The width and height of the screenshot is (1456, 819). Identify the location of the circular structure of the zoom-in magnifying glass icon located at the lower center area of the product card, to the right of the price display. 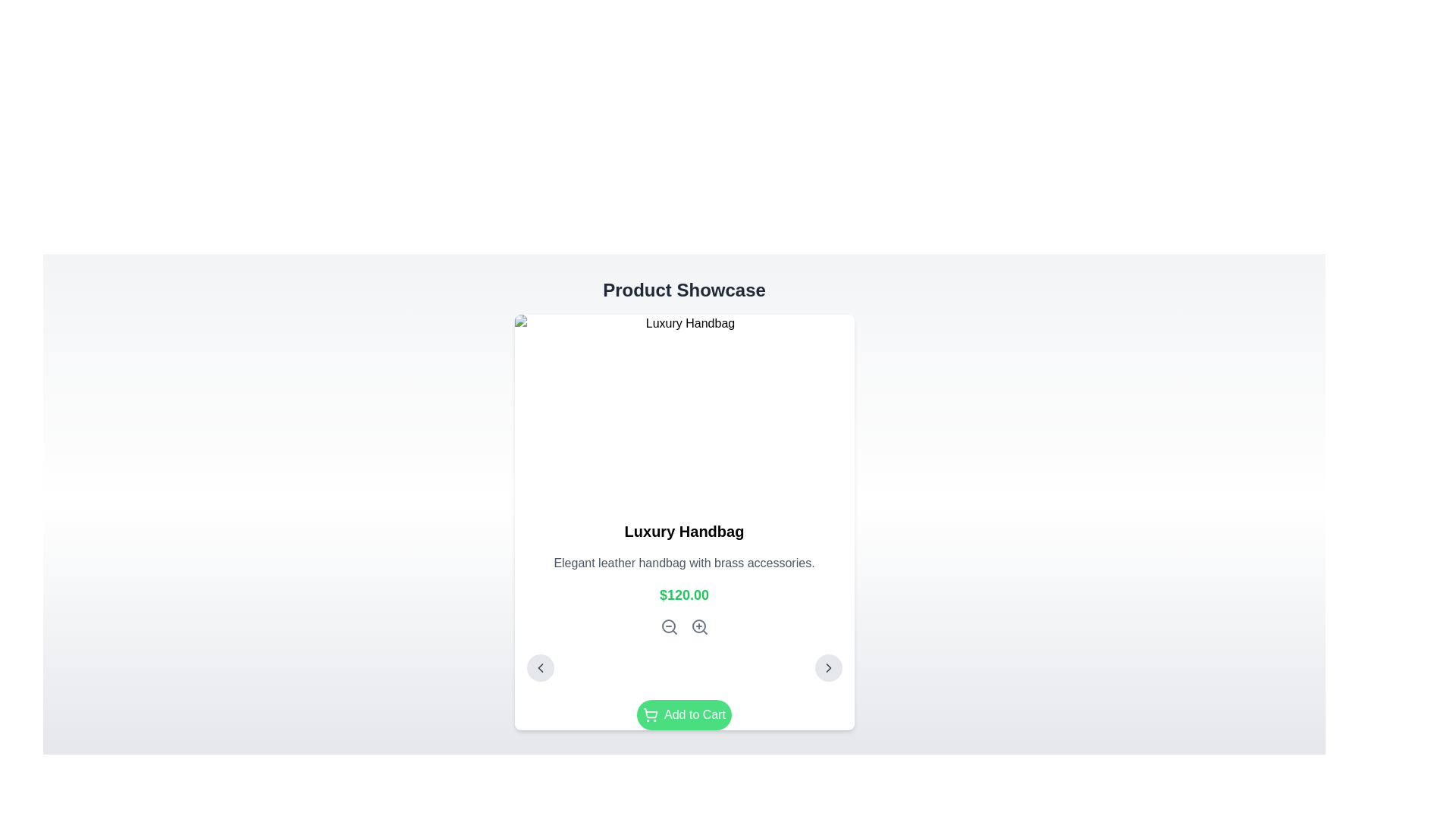
(698, 626).